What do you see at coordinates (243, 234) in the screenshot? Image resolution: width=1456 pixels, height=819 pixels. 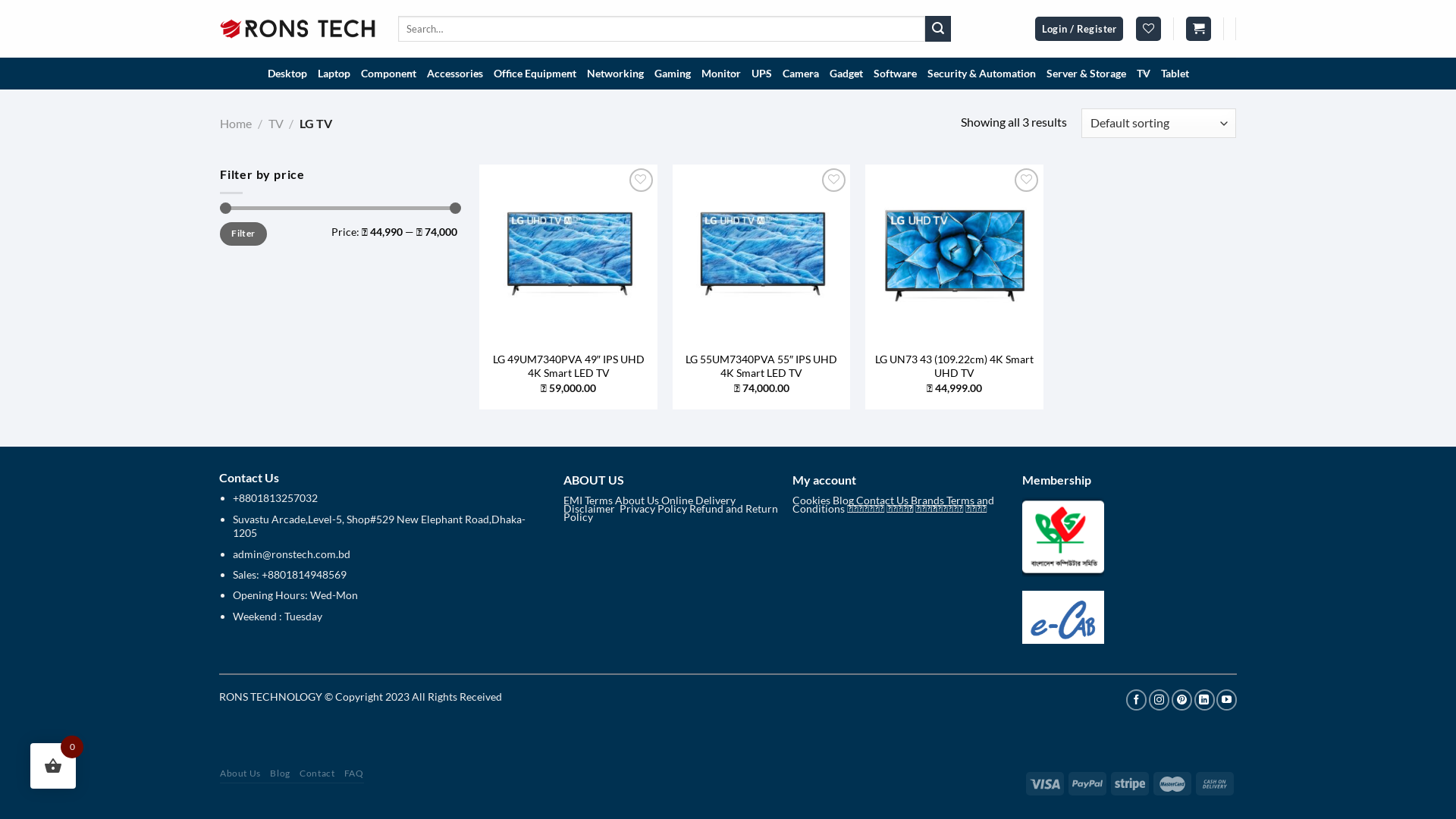 I see `'Filter'` at bounding box center [243, 234].